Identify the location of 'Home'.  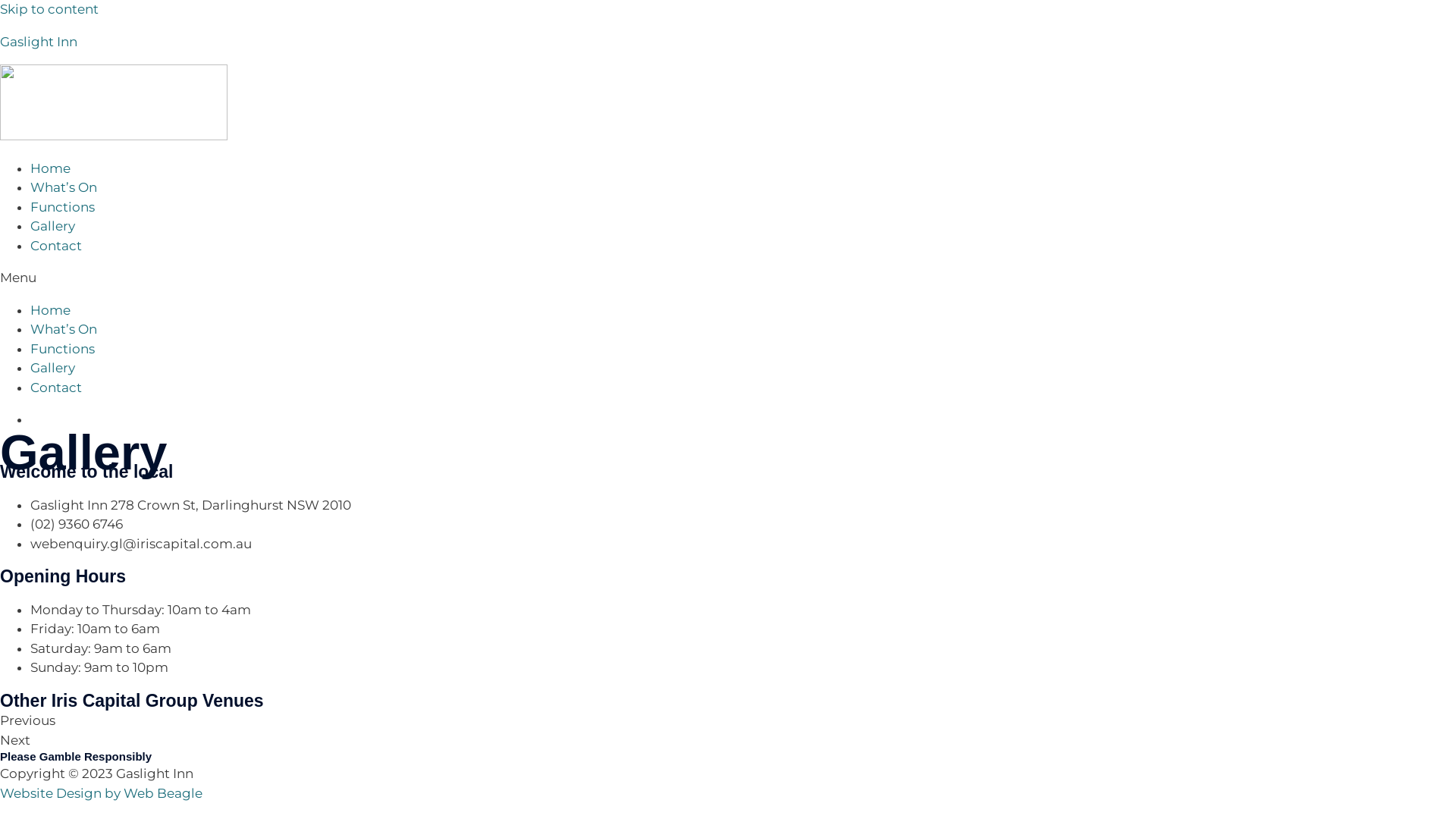
(50, 309).